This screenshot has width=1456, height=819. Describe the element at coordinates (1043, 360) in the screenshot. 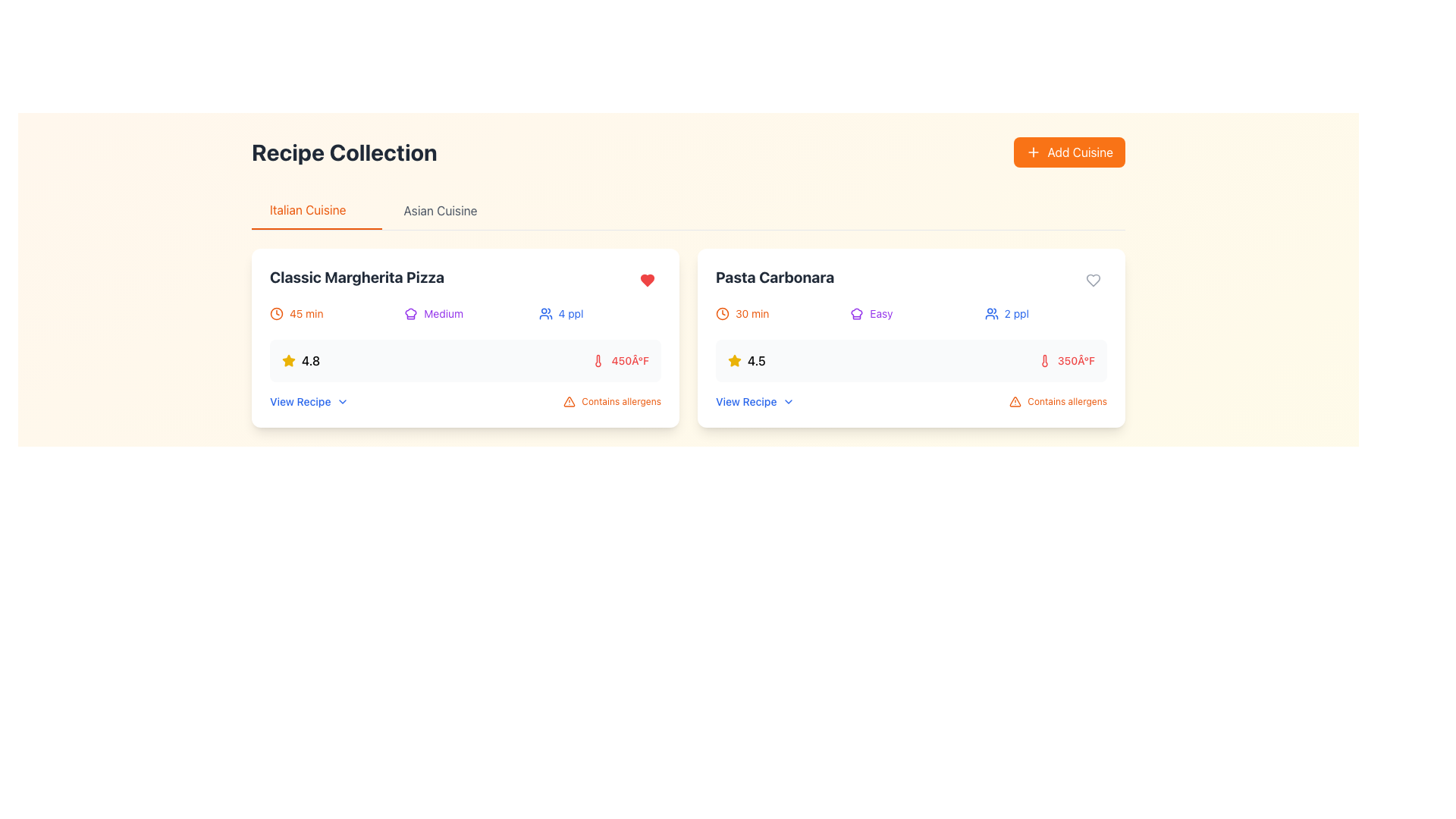

I see `the thermometer icon located within the 'Pasta Carbonara' card, positioned directly to the left of the numeric temperature value '350°F'` at that location.